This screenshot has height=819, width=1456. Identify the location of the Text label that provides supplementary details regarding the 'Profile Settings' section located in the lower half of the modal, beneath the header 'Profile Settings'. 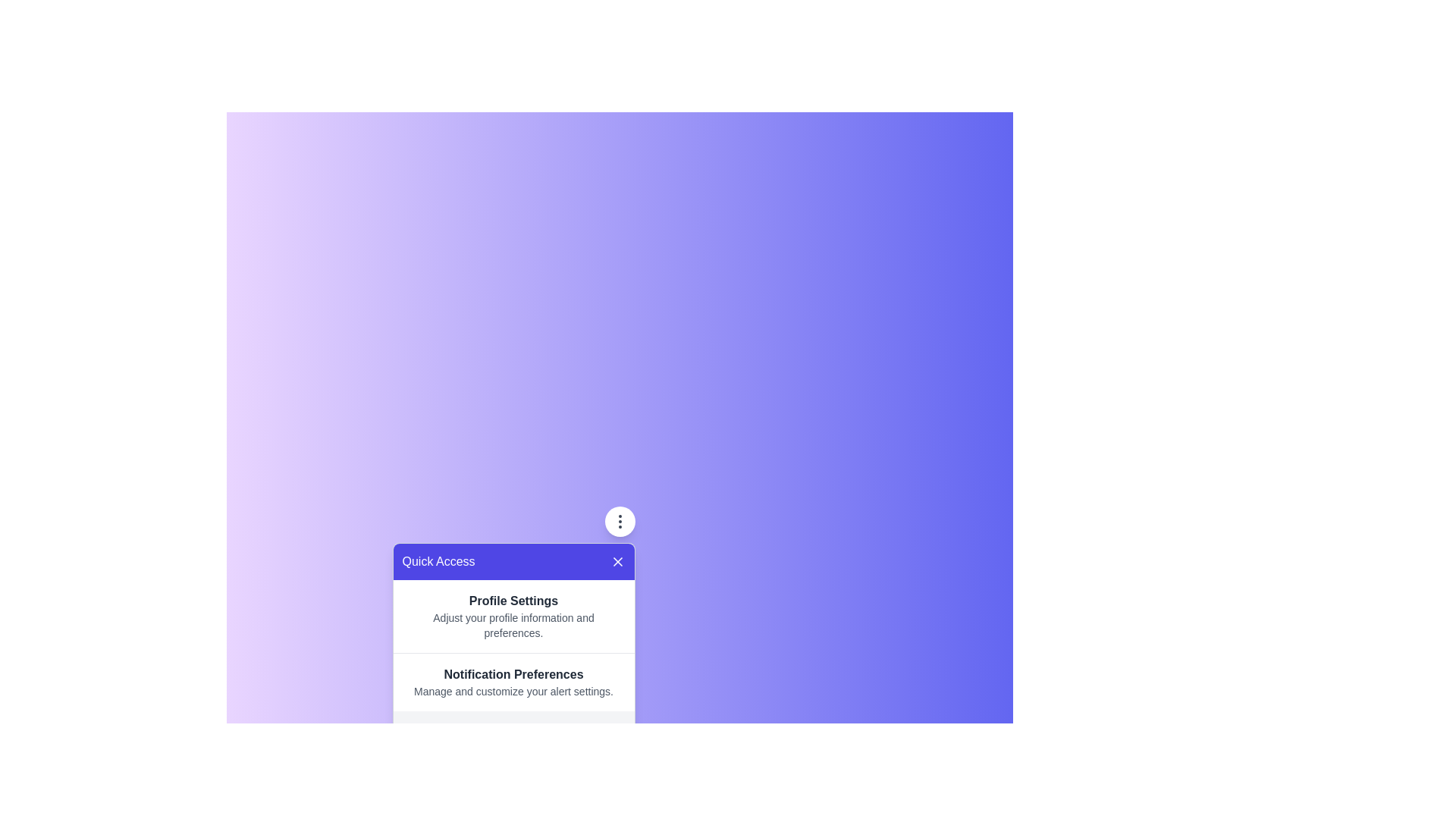
(513, 626).